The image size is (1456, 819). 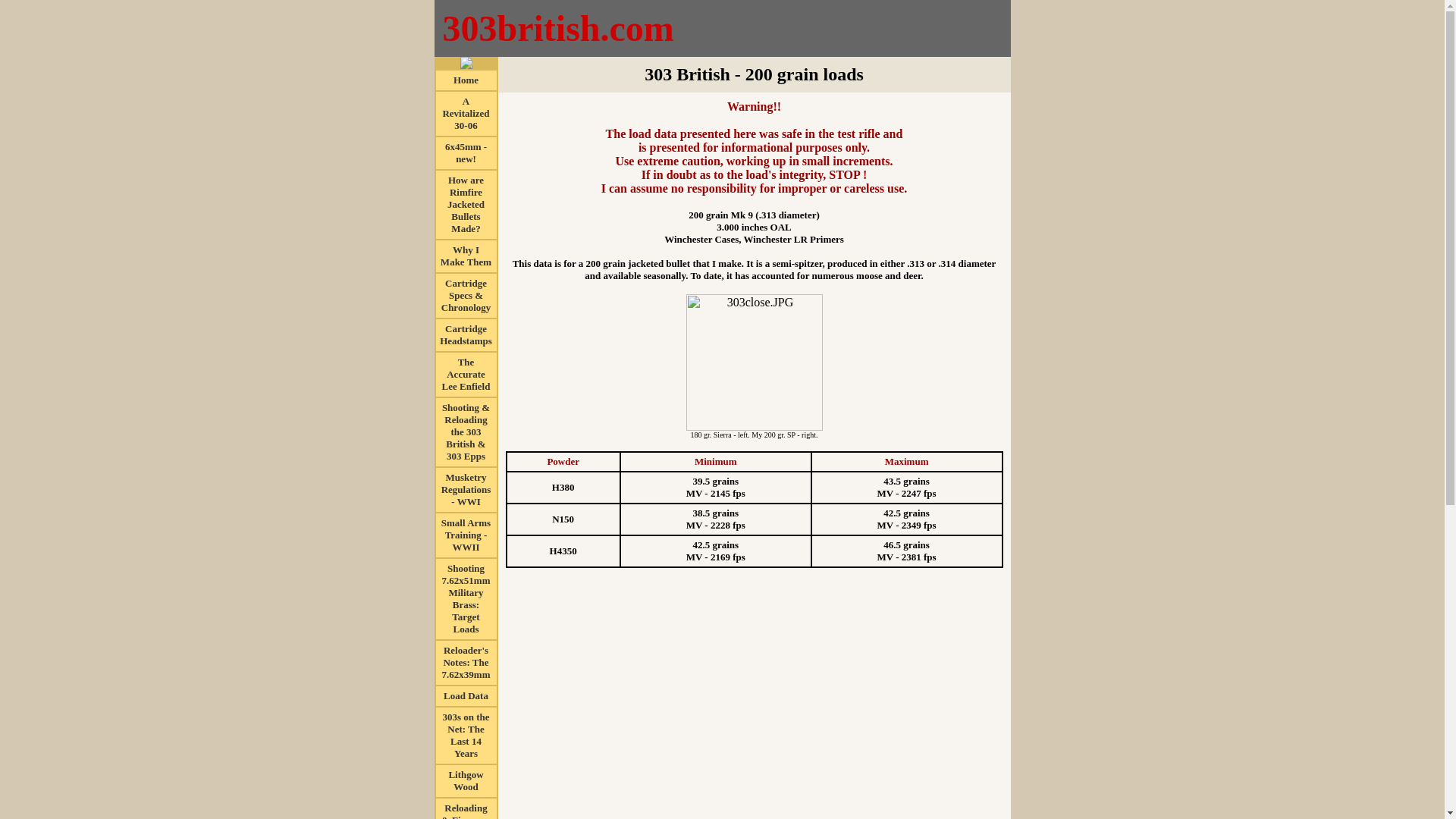 What do you see at coordinates (465, 152) in the screenshot?
I see `'6x45mm - new!'` at bounding box center [465, 152].